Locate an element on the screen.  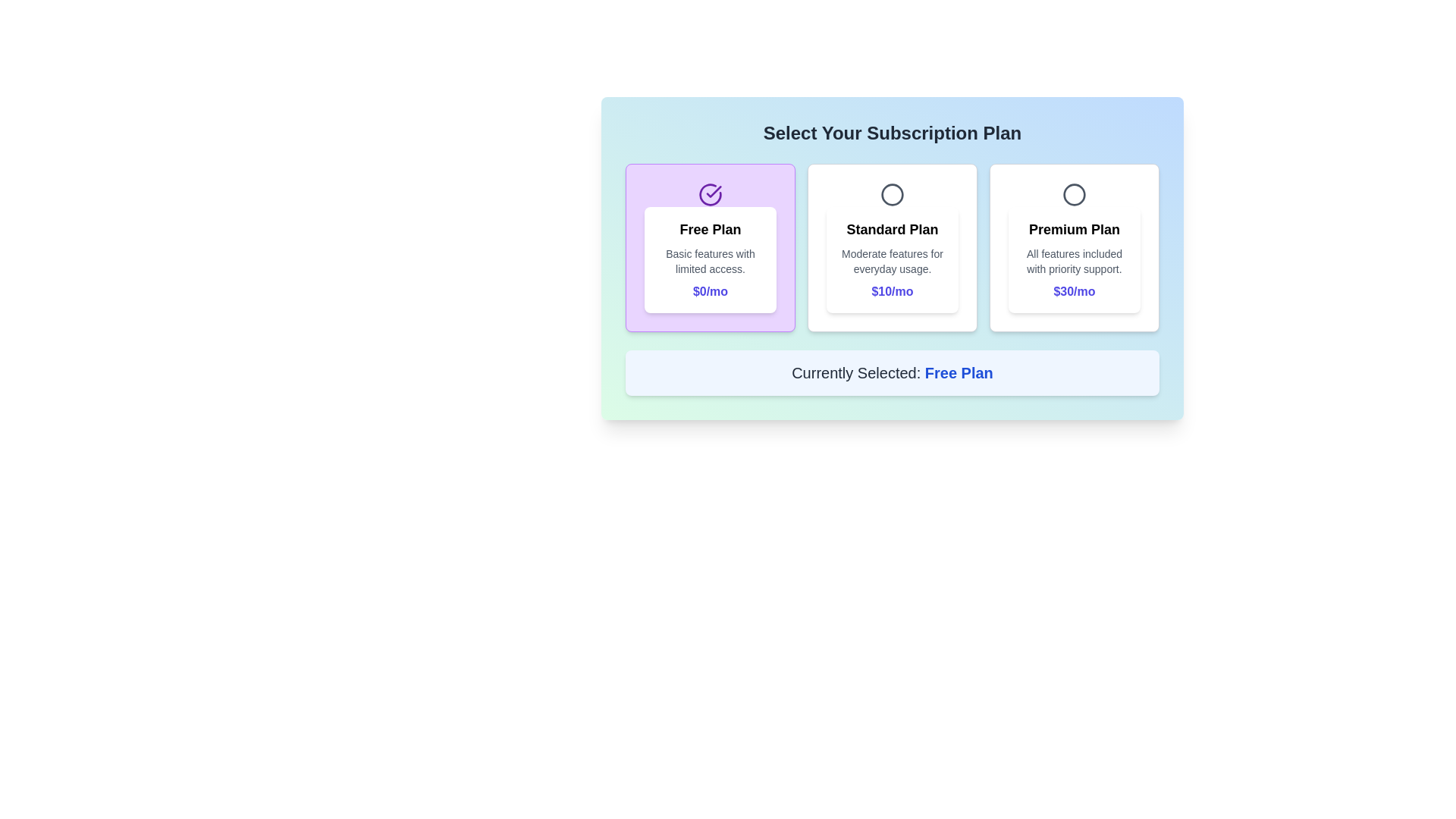
the 'Premium Plan' text label, which is the title of the Premium subscription card located at the top of the card is located at coordinates (1073, 230).